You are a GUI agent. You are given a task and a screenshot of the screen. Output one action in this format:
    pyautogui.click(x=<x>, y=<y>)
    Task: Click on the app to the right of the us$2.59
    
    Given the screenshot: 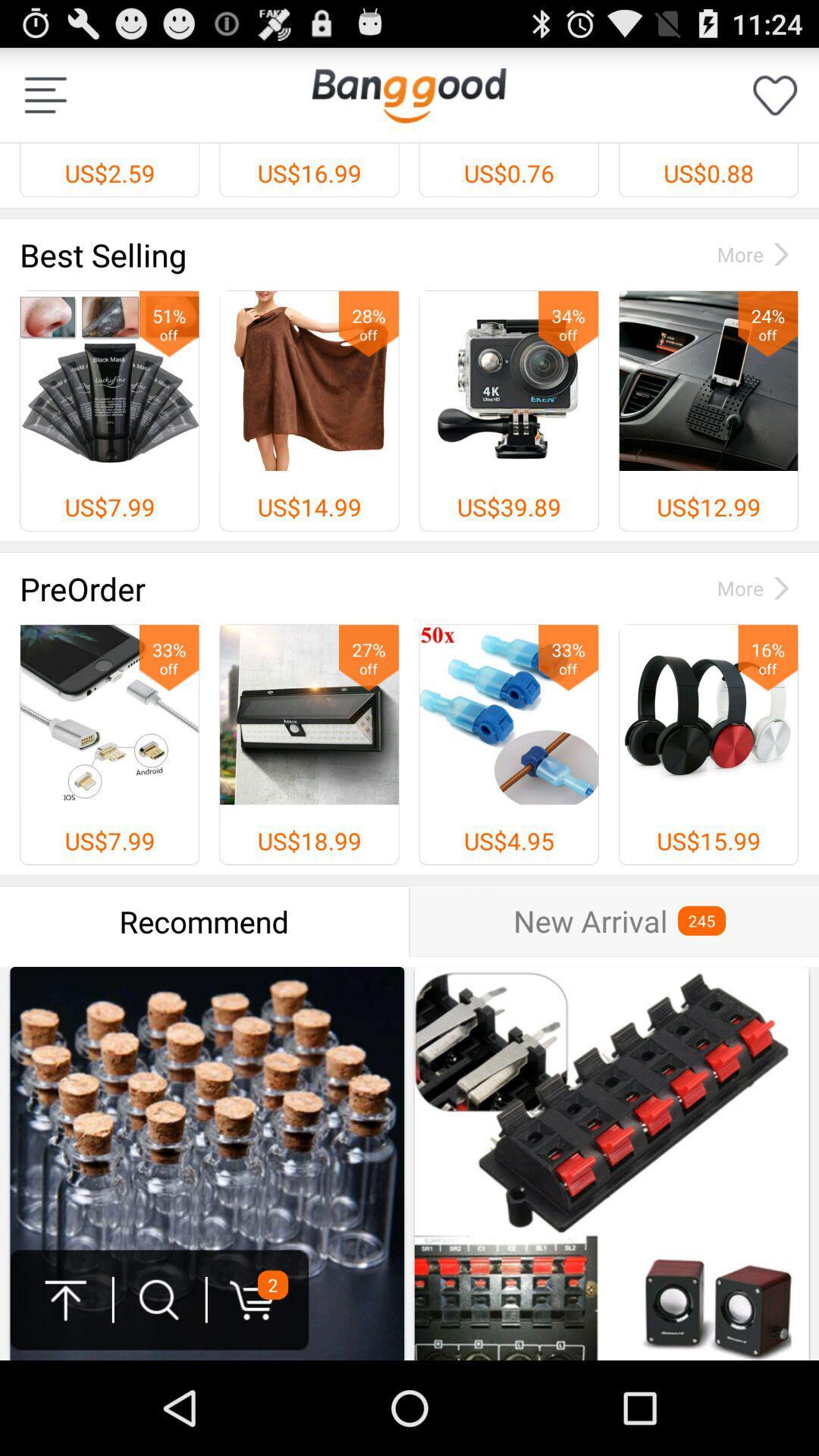 What is the action you would take?
    pyautogui.click(x=408, y=94)
    